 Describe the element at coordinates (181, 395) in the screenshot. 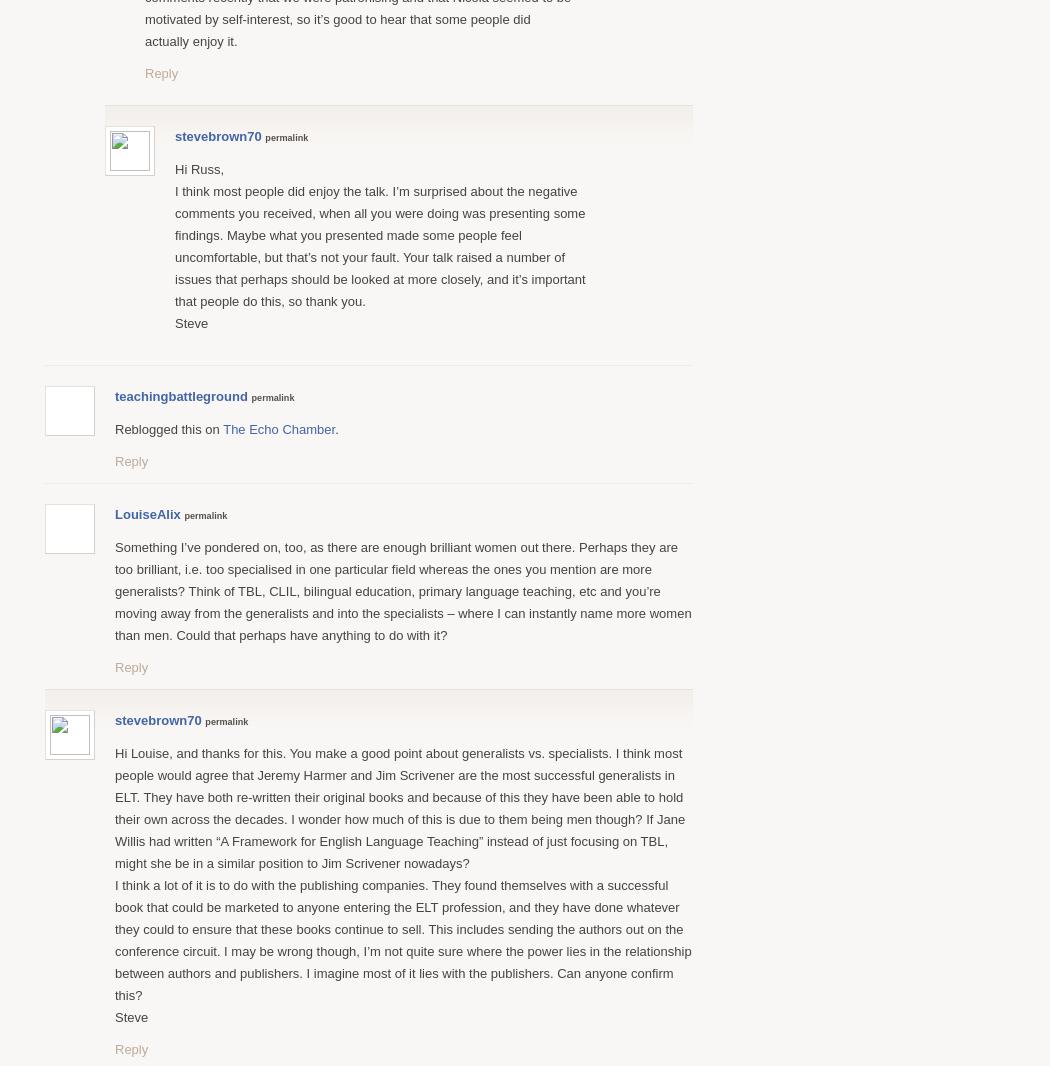

I see `'teachingbattleground'` at that location.